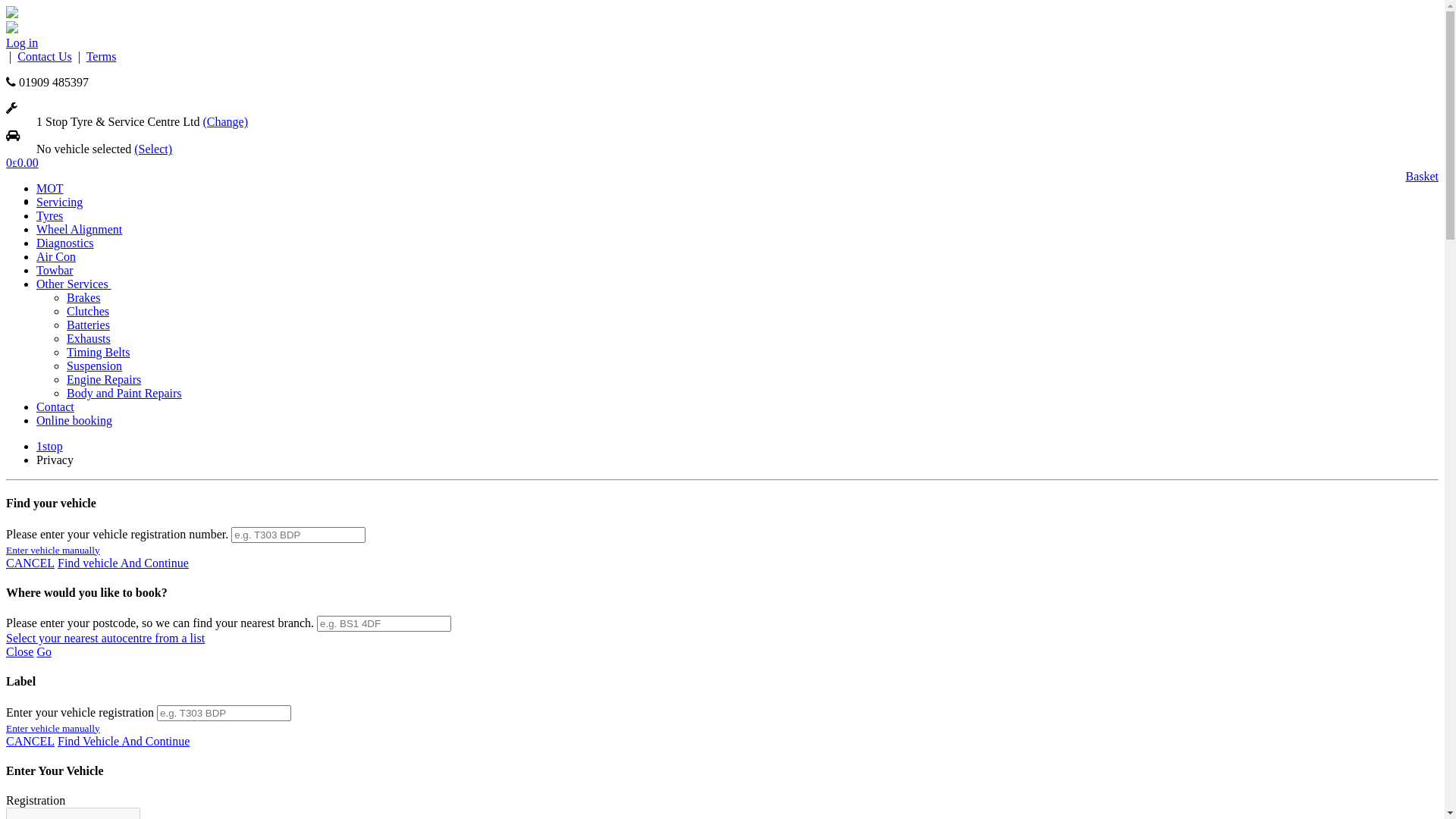  Describe the element at coordinates (59, 201) in the screenshot. I see `'Servicing'` at that location.